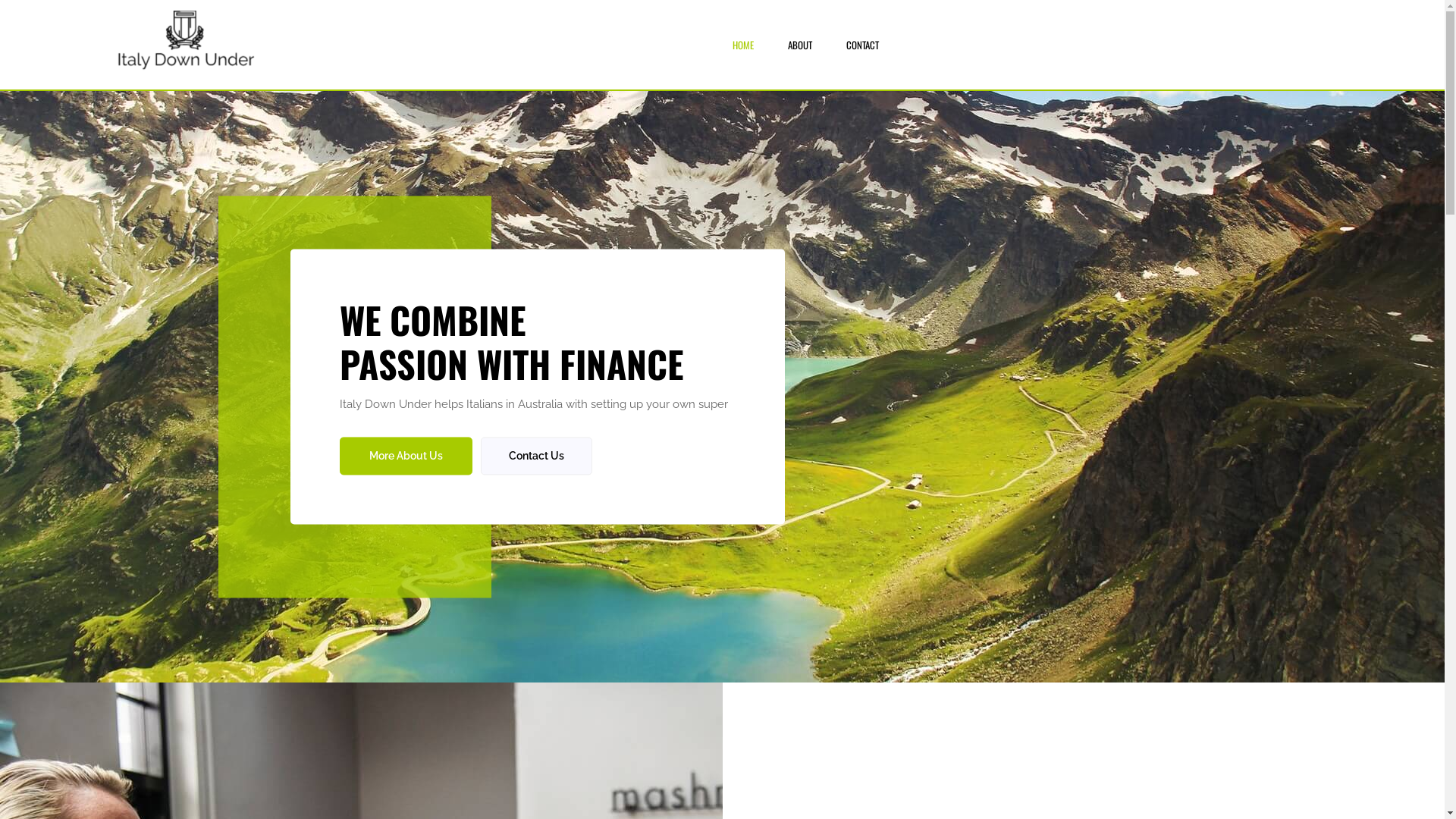  I want to click on 'HOME', so click(742, 43).